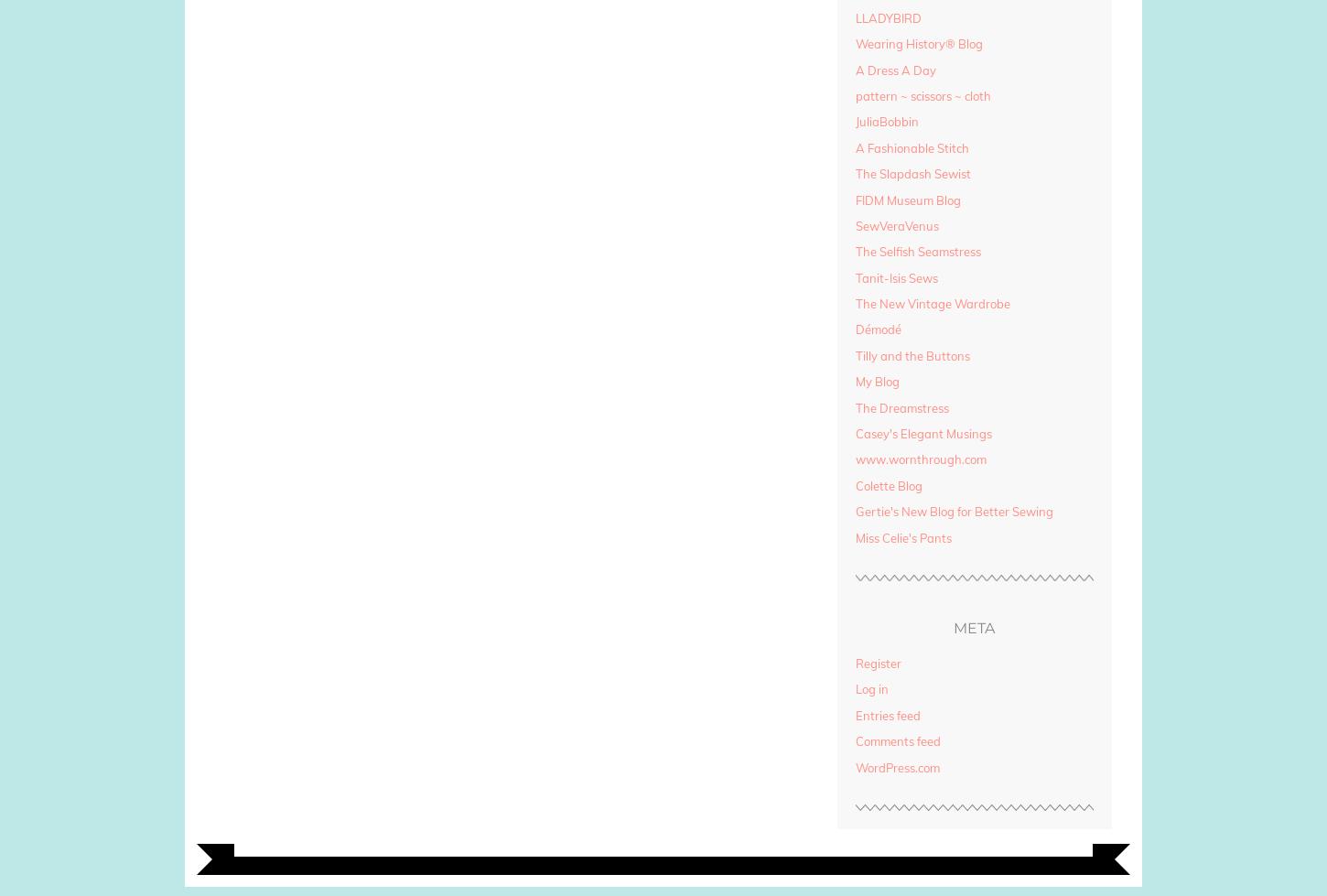 This screenshot has height=896, width=1327. Describe the element at coordinates (912, 174) in the screenshot. I see `'The Slapdash Sewist'` at that location.